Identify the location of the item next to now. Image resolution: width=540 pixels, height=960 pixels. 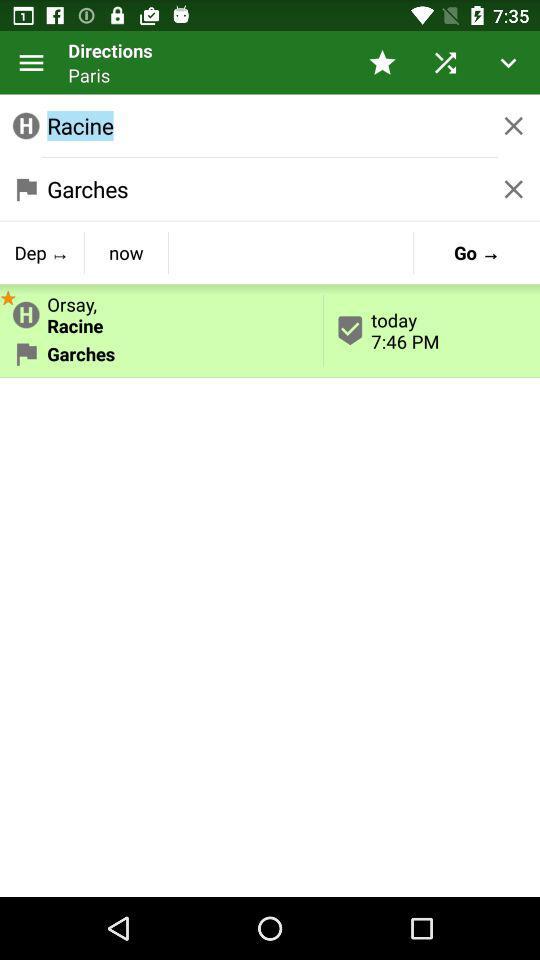
(42, 251).